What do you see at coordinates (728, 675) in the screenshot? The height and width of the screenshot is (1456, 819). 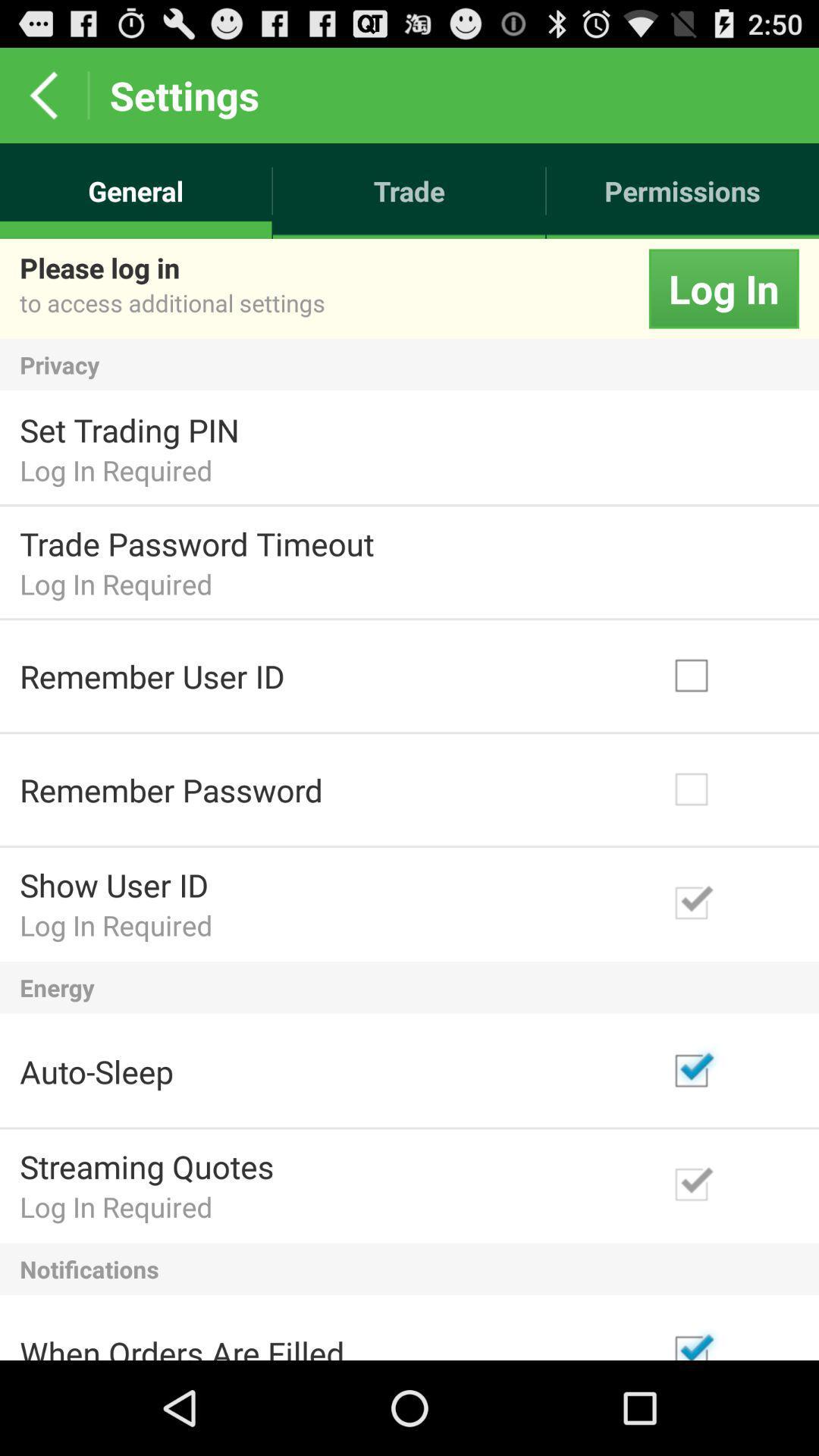 I see `the box which is beside remember user id` at bounding box center [728, 675].